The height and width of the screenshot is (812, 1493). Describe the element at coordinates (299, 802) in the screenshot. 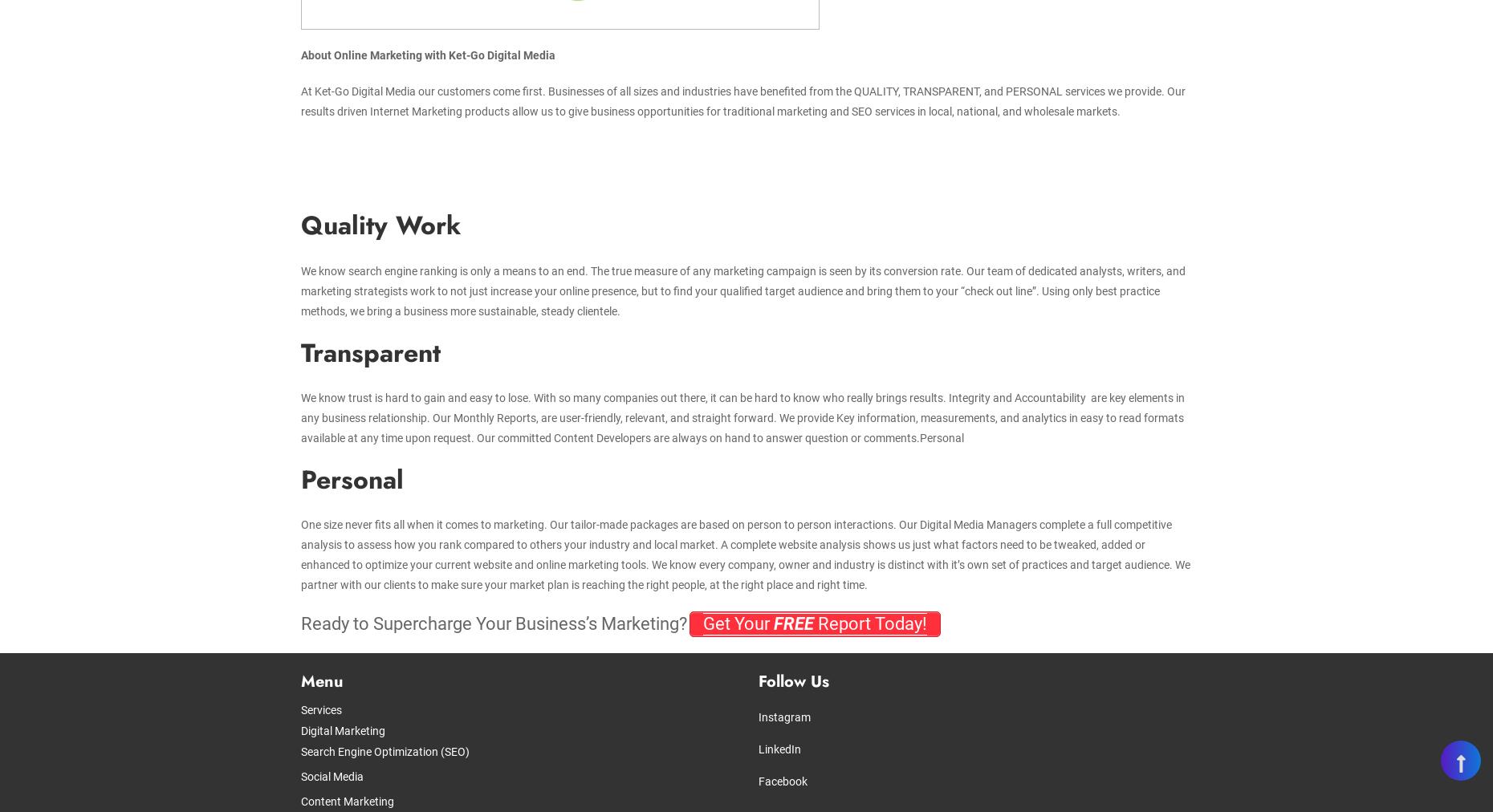

I see `'Content Marketing'` at that location.